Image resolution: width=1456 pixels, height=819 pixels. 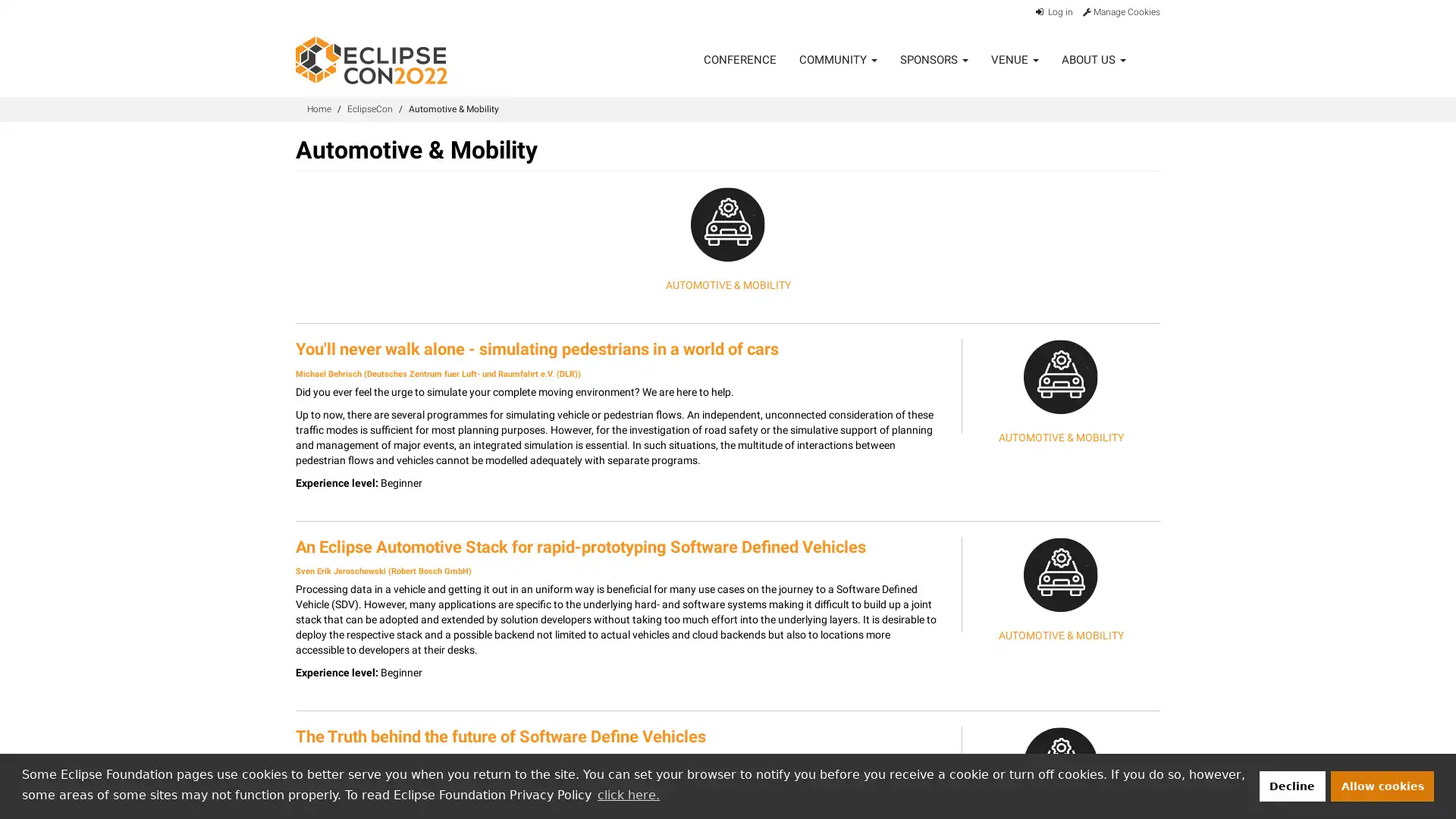 I want to click on learn more about cookies, so click(x=628, y=794).